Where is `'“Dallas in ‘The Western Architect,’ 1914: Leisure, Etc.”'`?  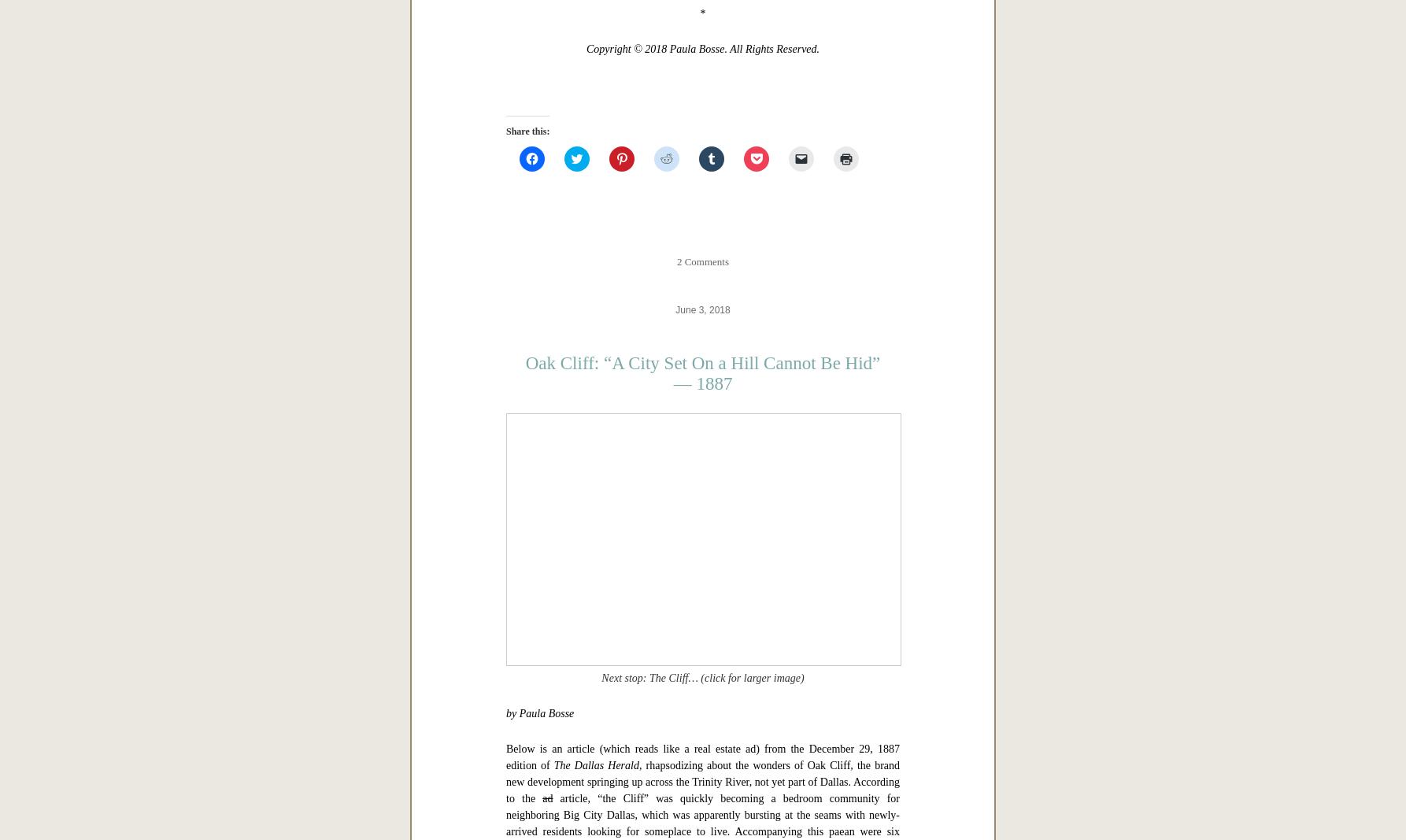 '“Dallas in ‘The Western Architect,’ 1914: Leisure, Etc.”' is located at coordinates (653, 455).